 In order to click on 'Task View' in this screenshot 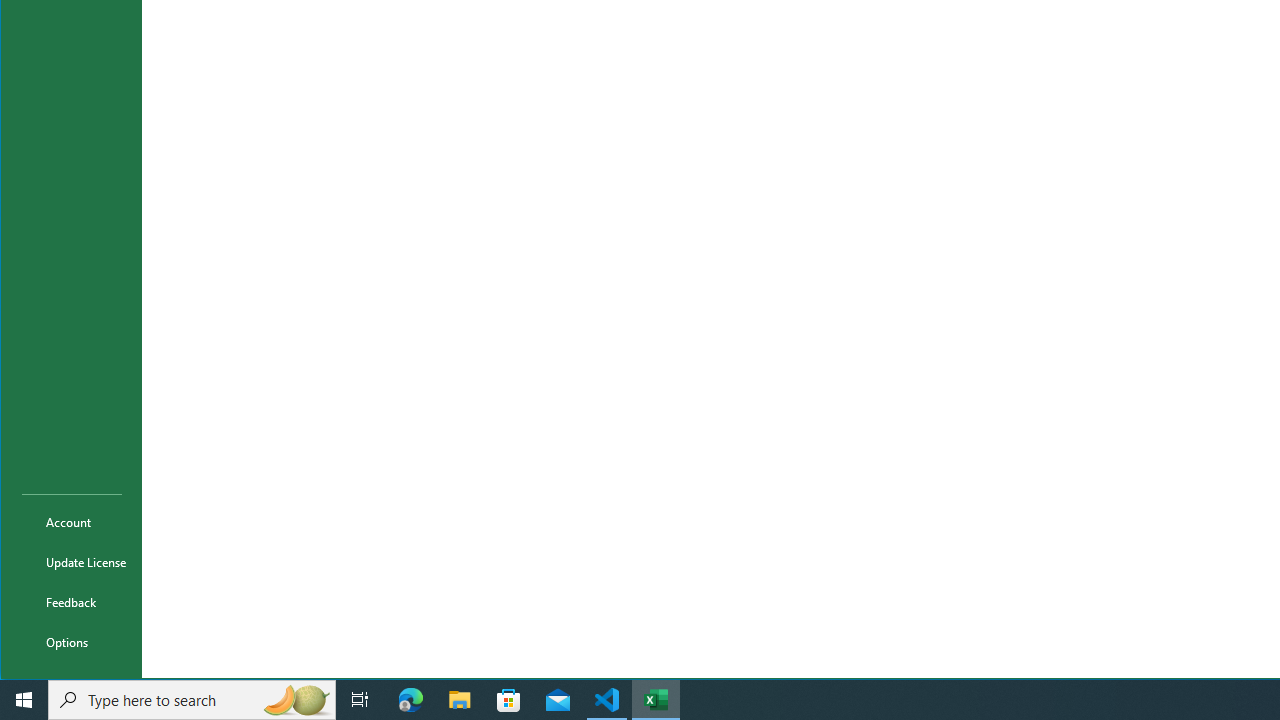, I will do `click(359, 698)`.